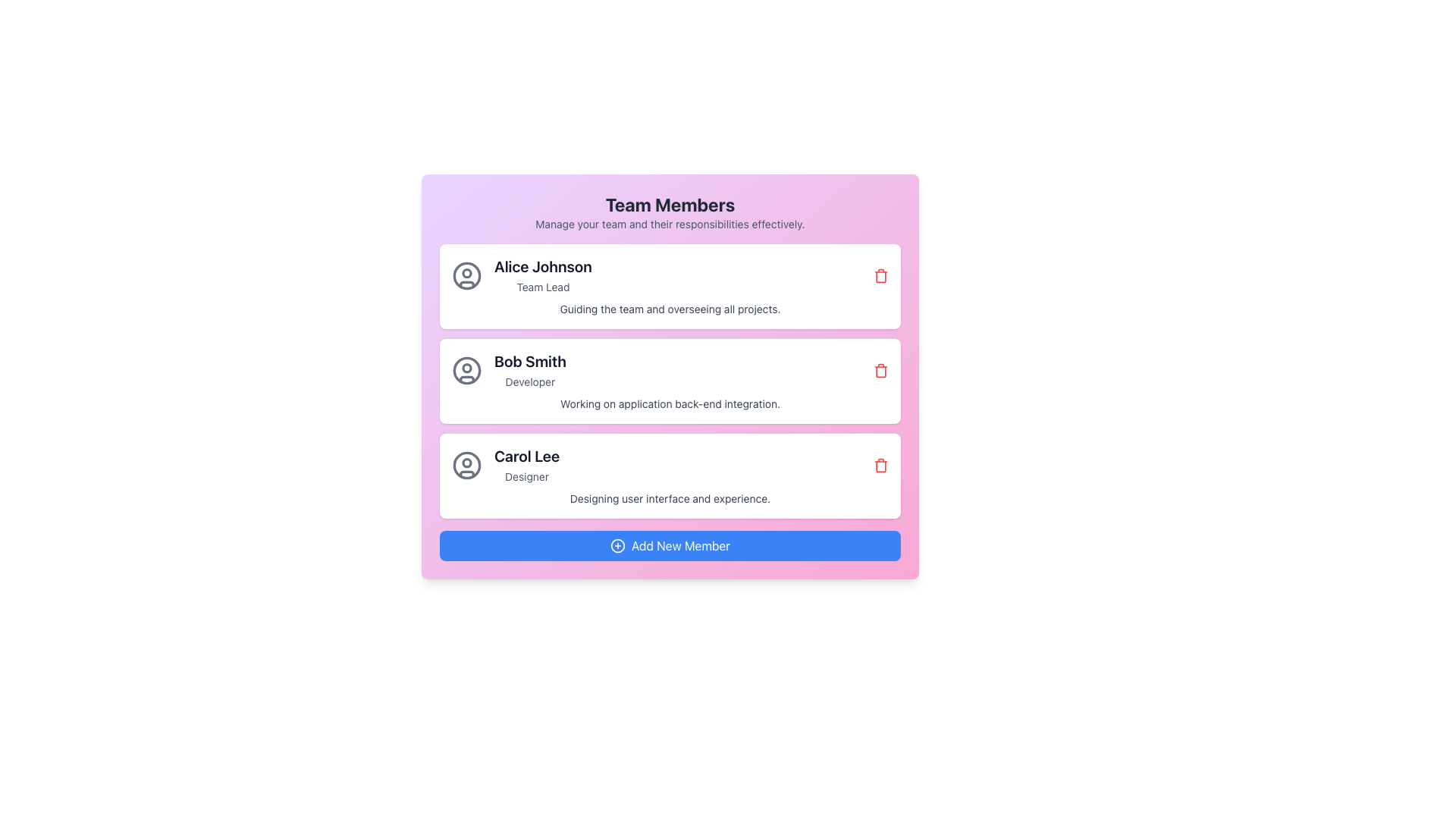 The image size is (1456, 819). What do you see at coordinates (466, 275) in the screenshot?
I see `the decorative circular vector graphic element inside the user profile icon of the first list item corresponding to team member 'Alice Johnson'` at bounding box center [466, 275].